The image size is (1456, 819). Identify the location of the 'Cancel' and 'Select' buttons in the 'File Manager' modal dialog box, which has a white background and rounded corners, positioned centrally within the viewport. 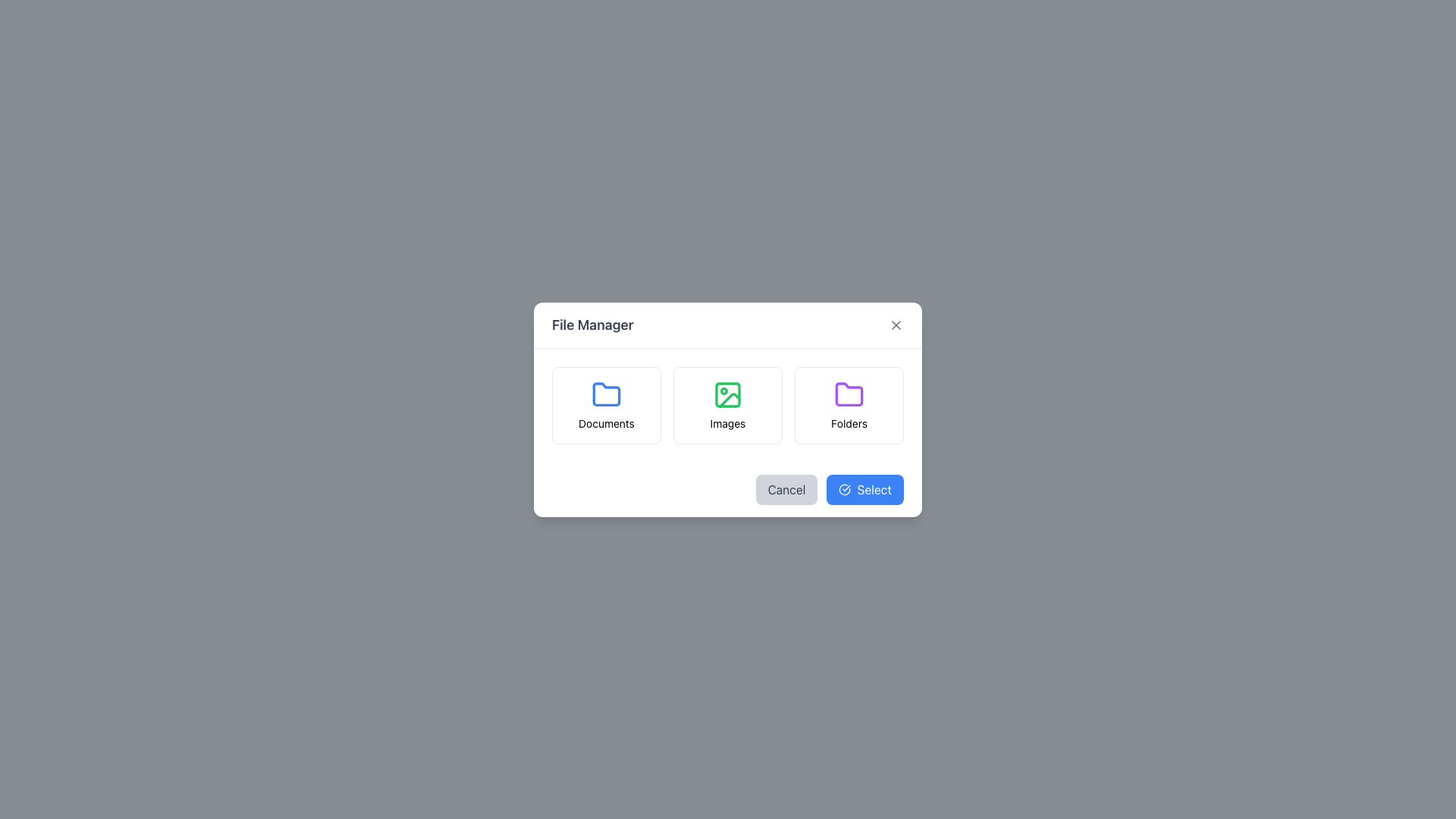
(728, 409).